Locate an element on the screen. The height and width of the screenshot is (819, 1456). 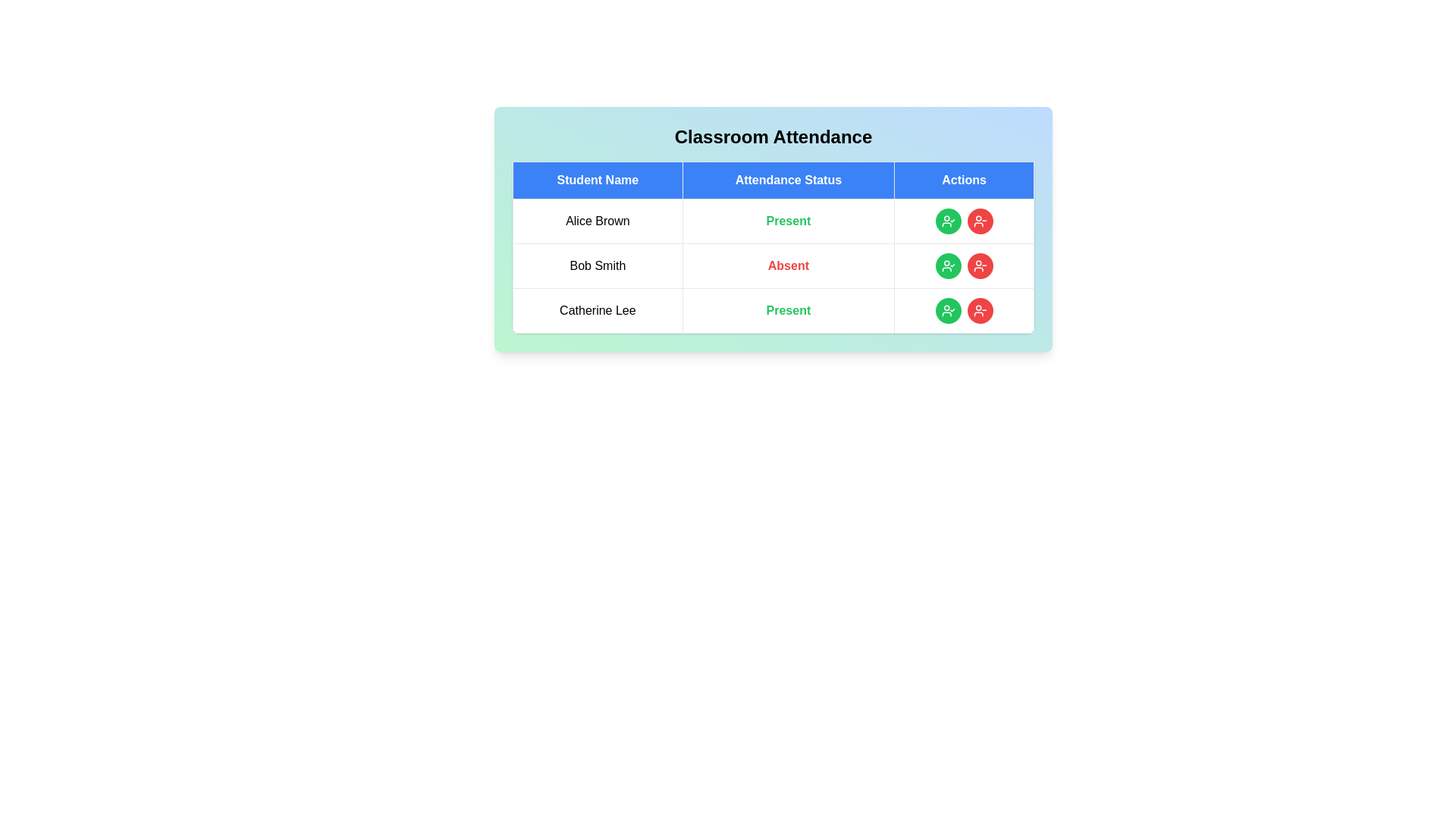
the row corresponding to Catherine Lee to observe the visual feedback is located at coordinates (773, 309).